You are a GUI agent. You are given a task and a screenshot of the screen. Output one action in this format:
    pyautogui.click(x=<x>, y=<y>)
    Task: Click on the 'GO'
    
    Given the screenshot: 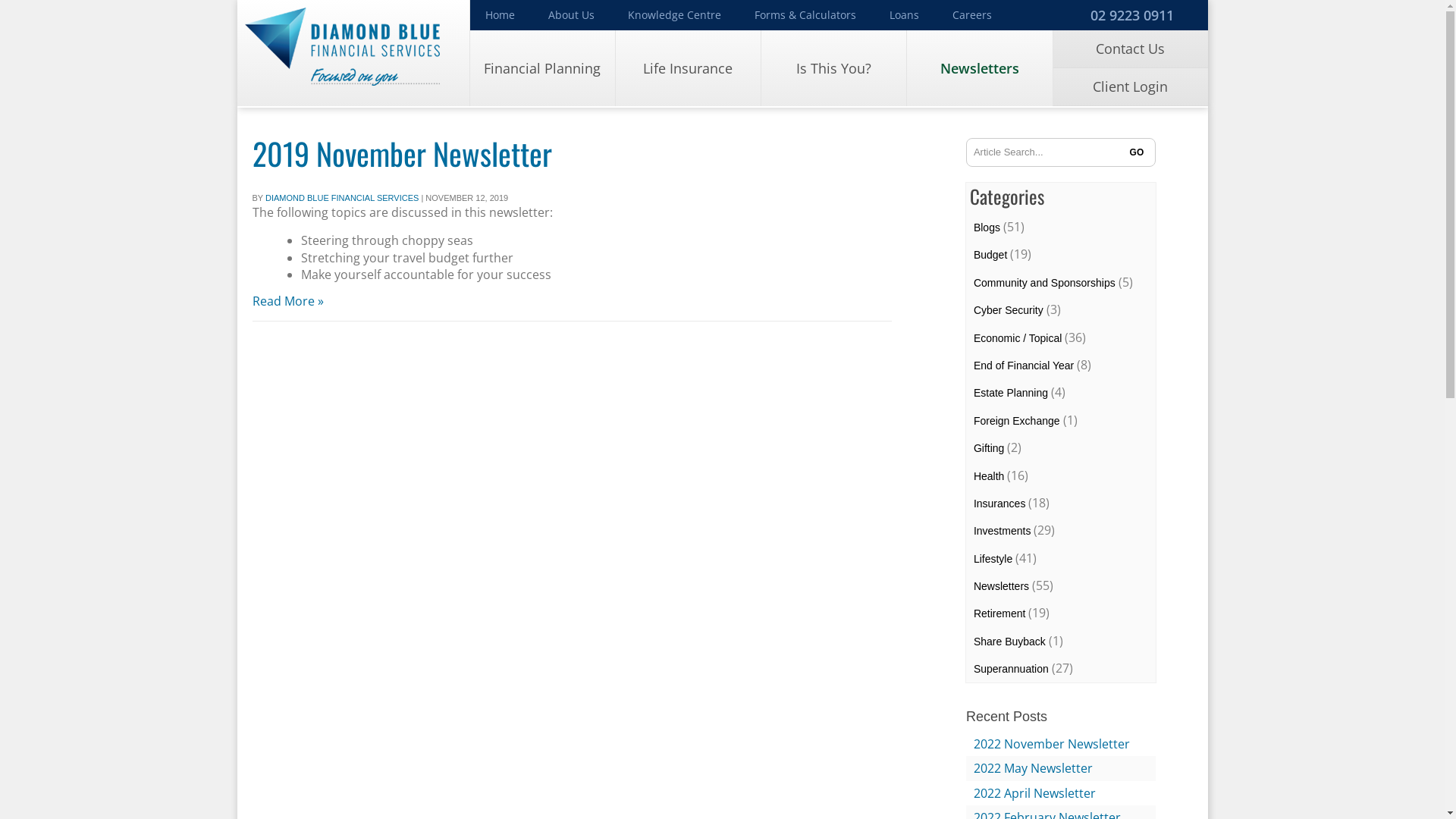 What is the action you would take?
    pyautogui.click(x=1136, y=152)
    